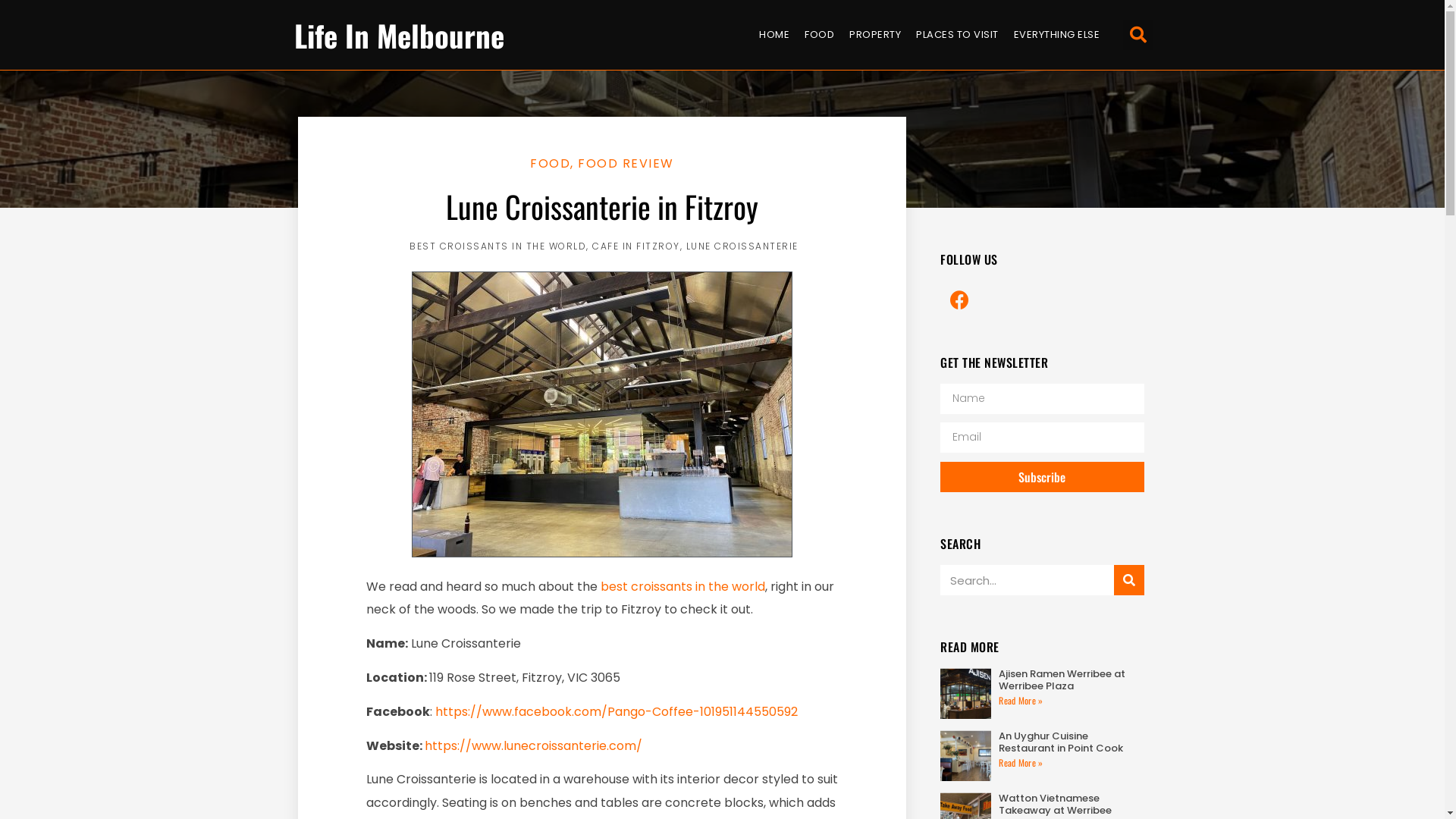  I want to click on 'https://www.facebook.com/Pango-Coffee-101951144550592', so click(616, 711).